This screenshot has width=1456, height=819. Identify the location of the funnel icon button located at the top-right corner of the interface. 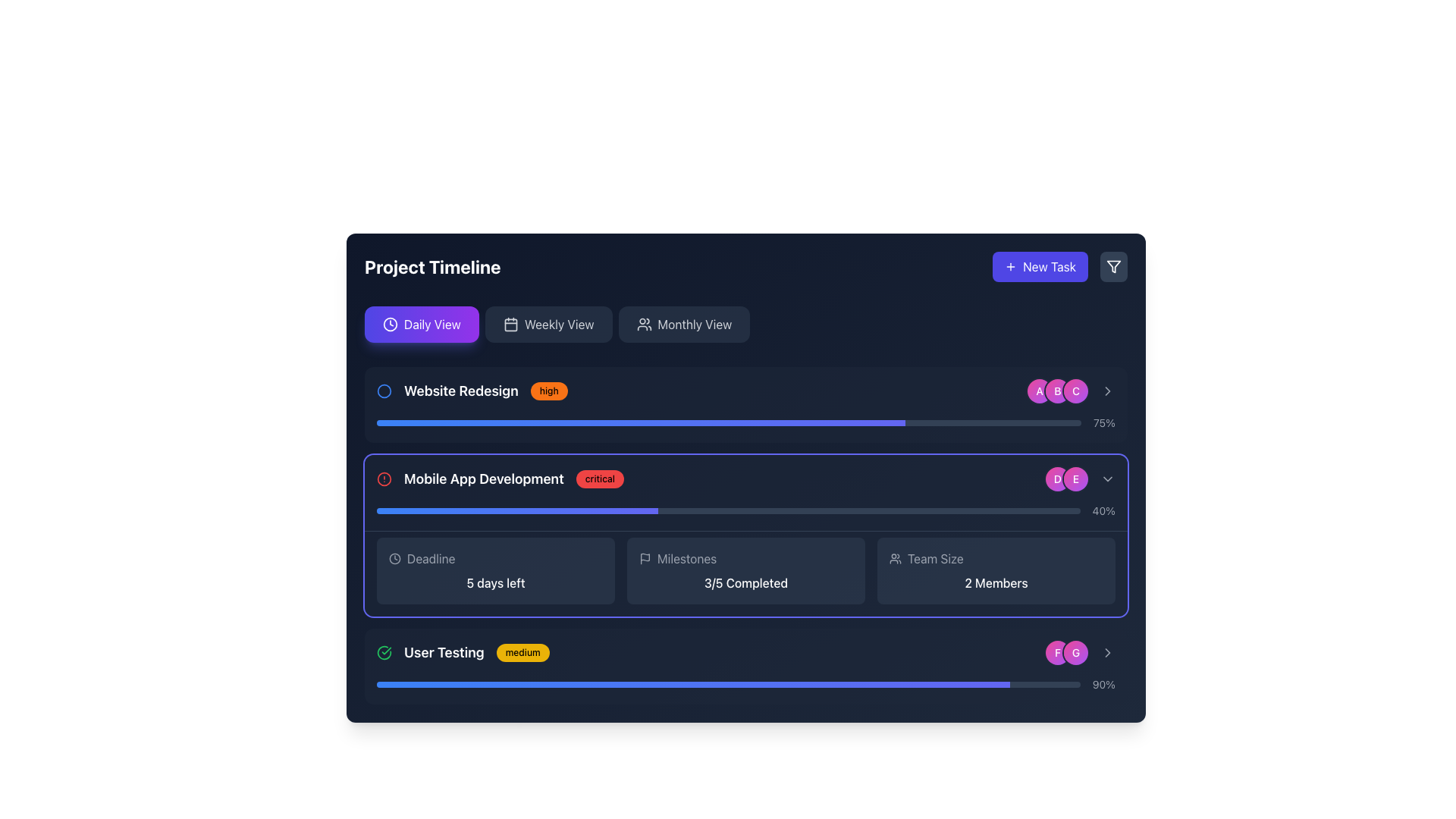
(1113, 265).